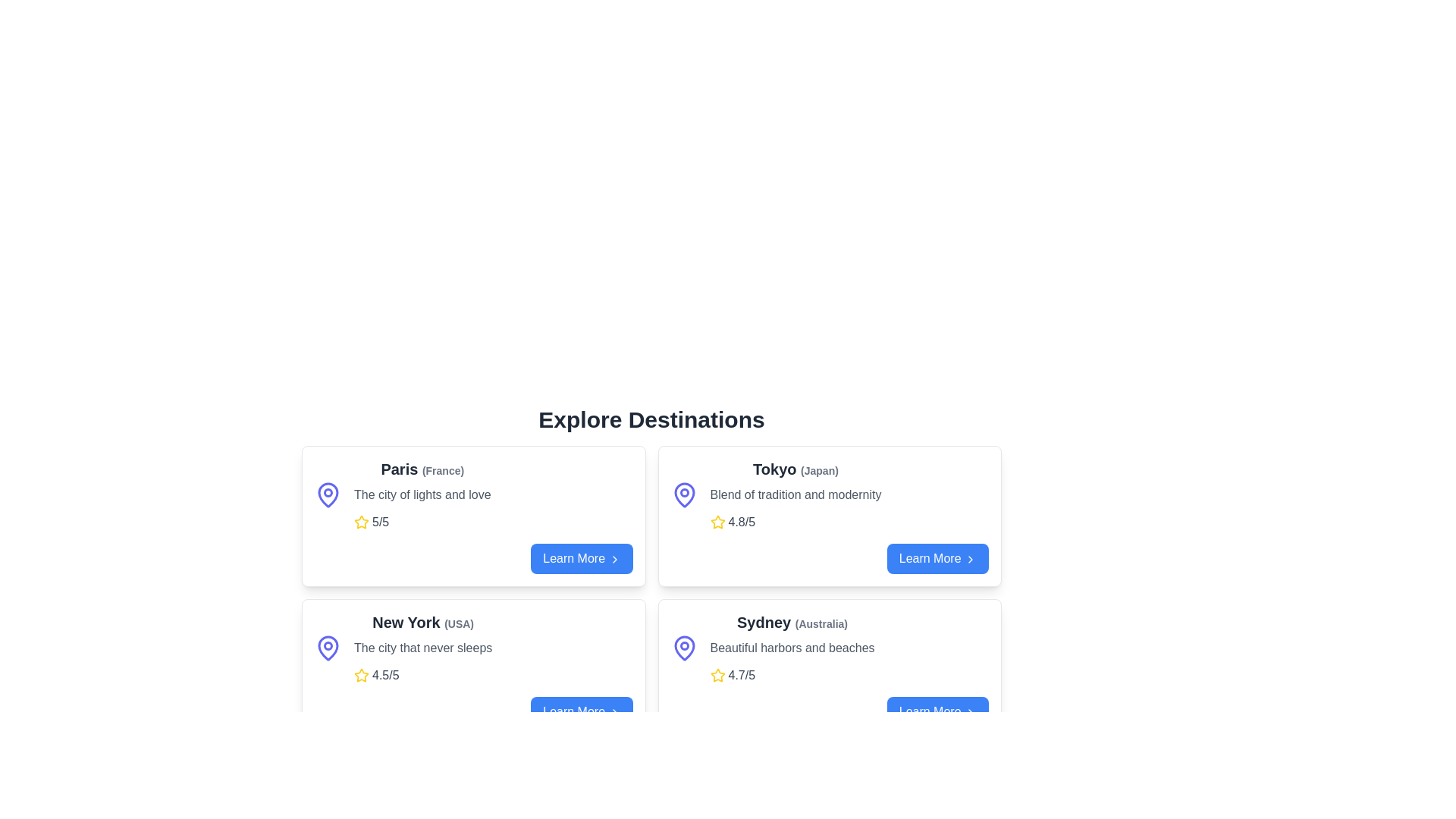 This screenshot has width=1456, height=819. What do you see at coordinates (360, 675) in the screenshot?
I see `the golden-yellow star icon representing a rating next to the text '4.5/5' in the 'New York (USA)' card under 'Explore Destinations'` at bounding box center [360, 675].